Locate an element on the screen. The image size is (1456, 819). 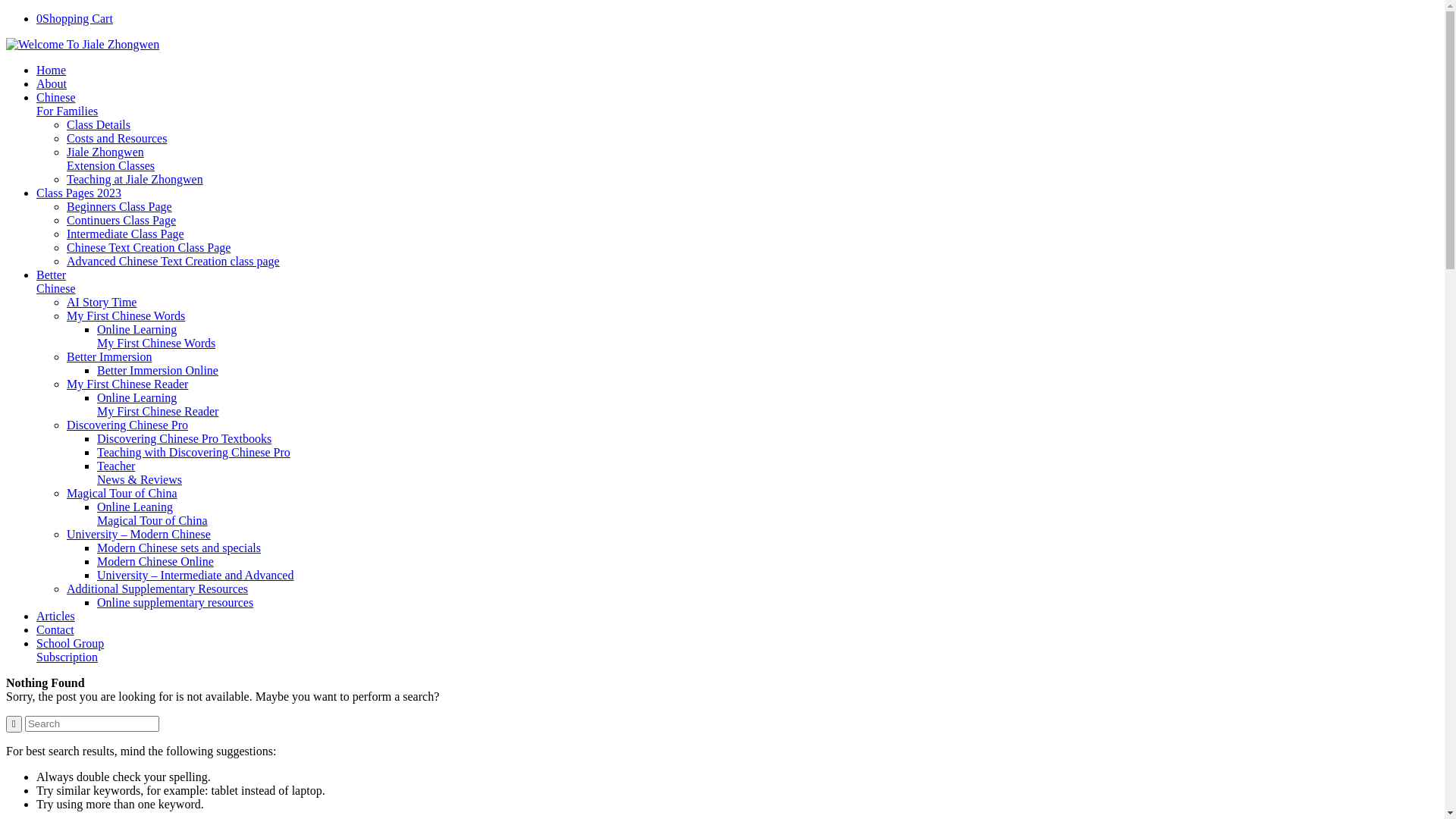
'About' is located at coordinates (51, 83).